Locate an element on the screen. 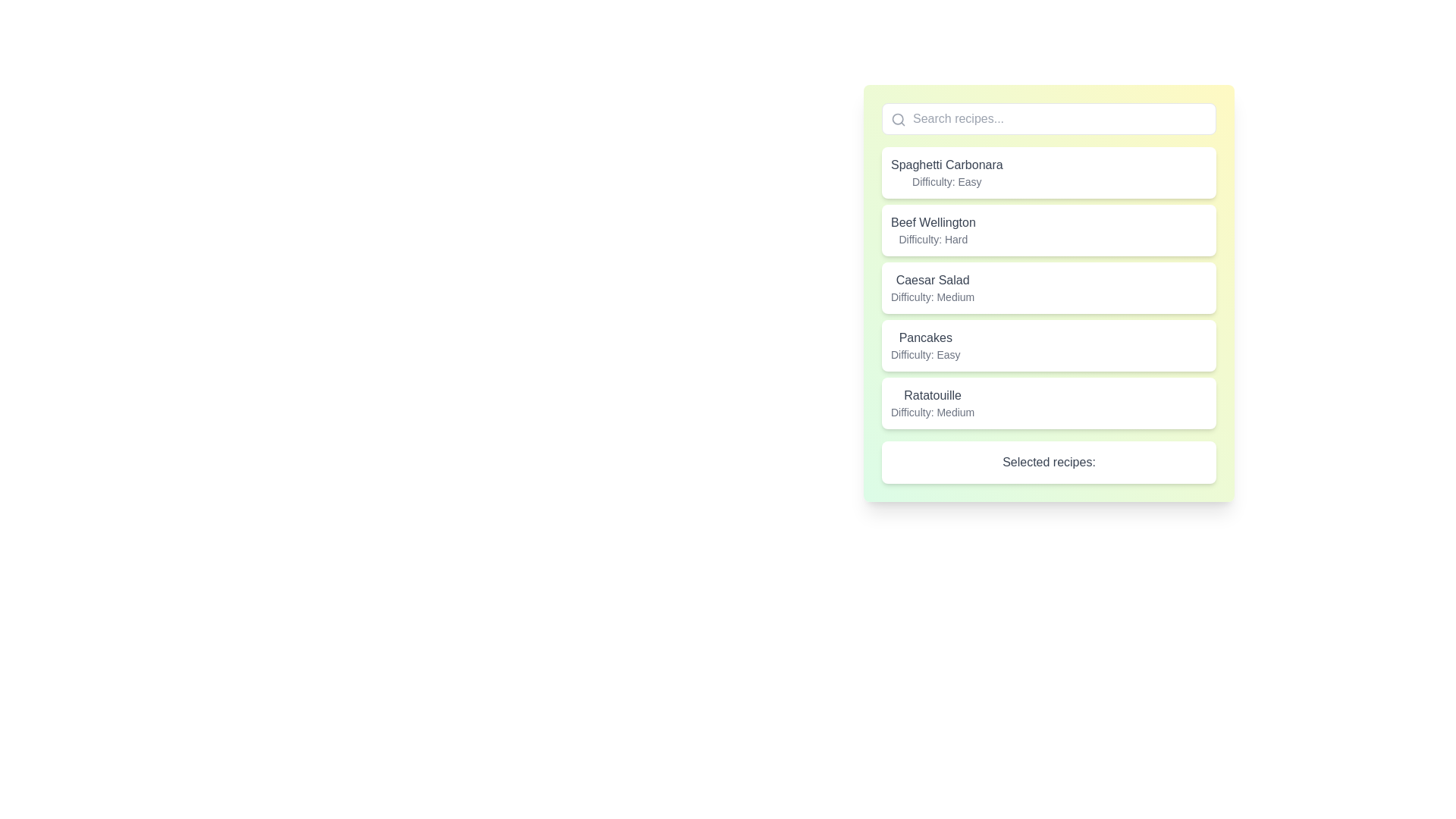  text content of the 'Beef Wellington' label, which is styled in medium font weight and gray color, located in the second position of the recipe list is located at coordinates (932, 222).